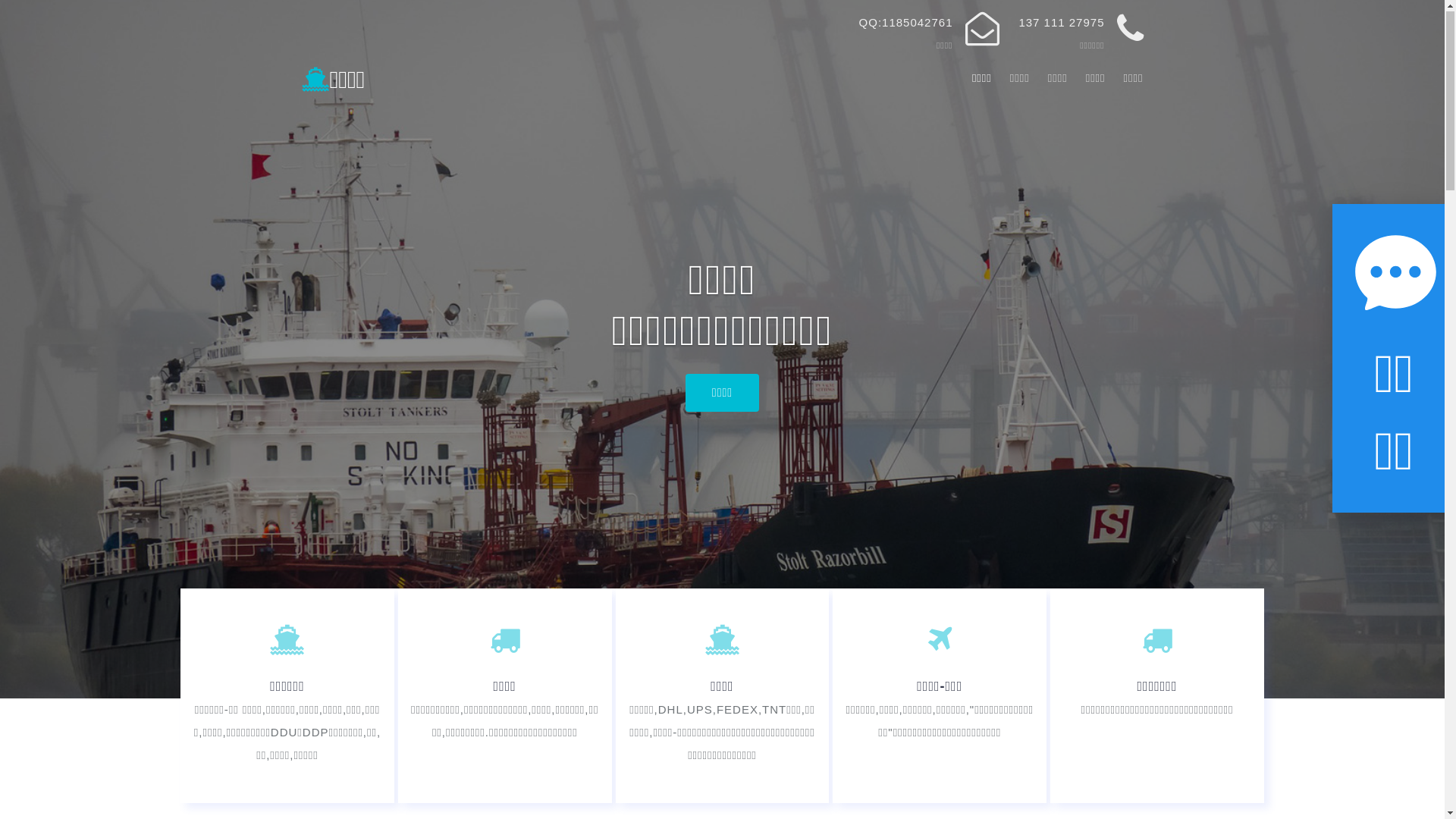  What do you see at coordinates (906, 23) in the screenshot?
I see `'QQ:1185042761'` at bounding box center [906, 23].